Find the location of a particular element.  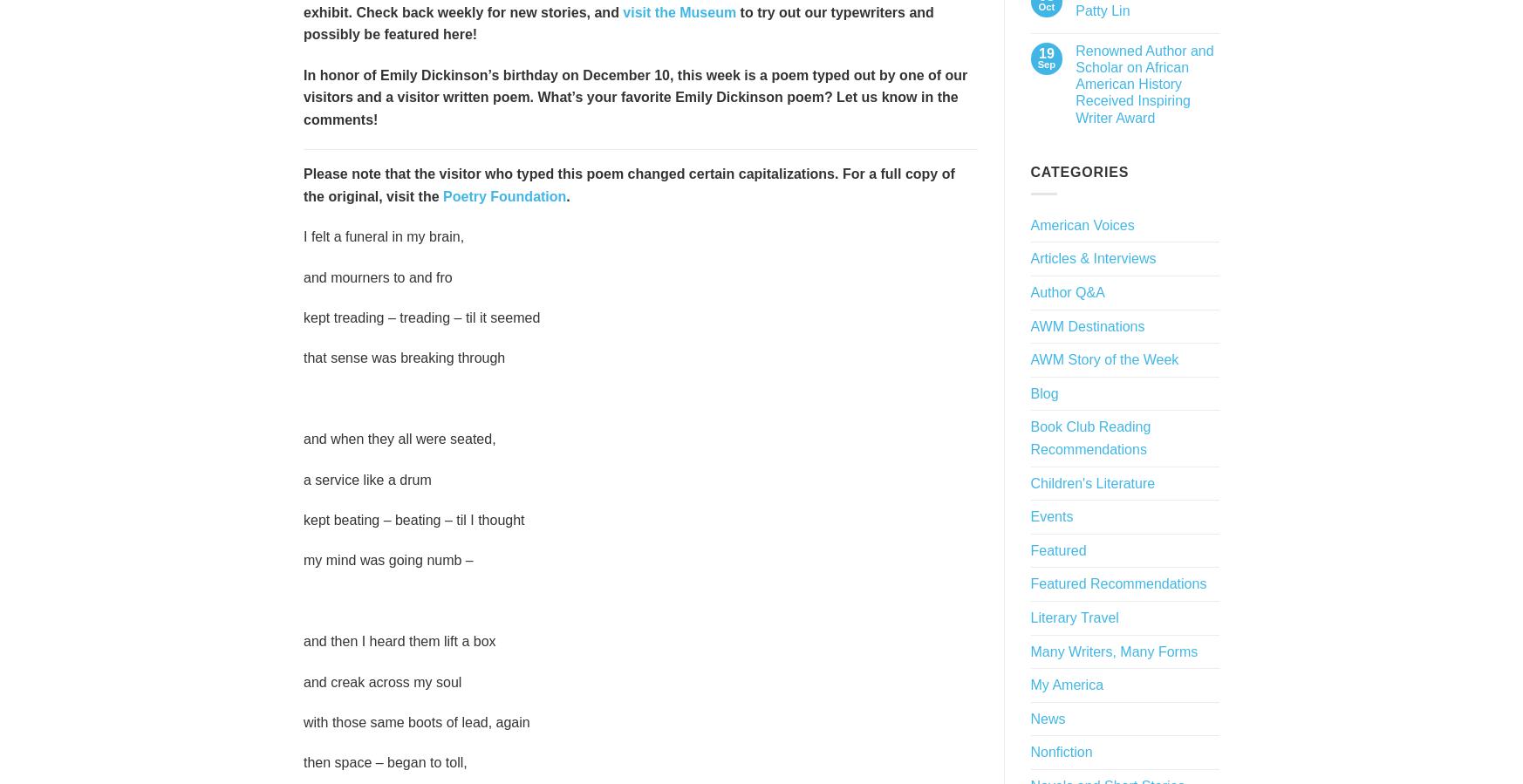

'then space – began to toll,' is located at coordinates (385, 762).